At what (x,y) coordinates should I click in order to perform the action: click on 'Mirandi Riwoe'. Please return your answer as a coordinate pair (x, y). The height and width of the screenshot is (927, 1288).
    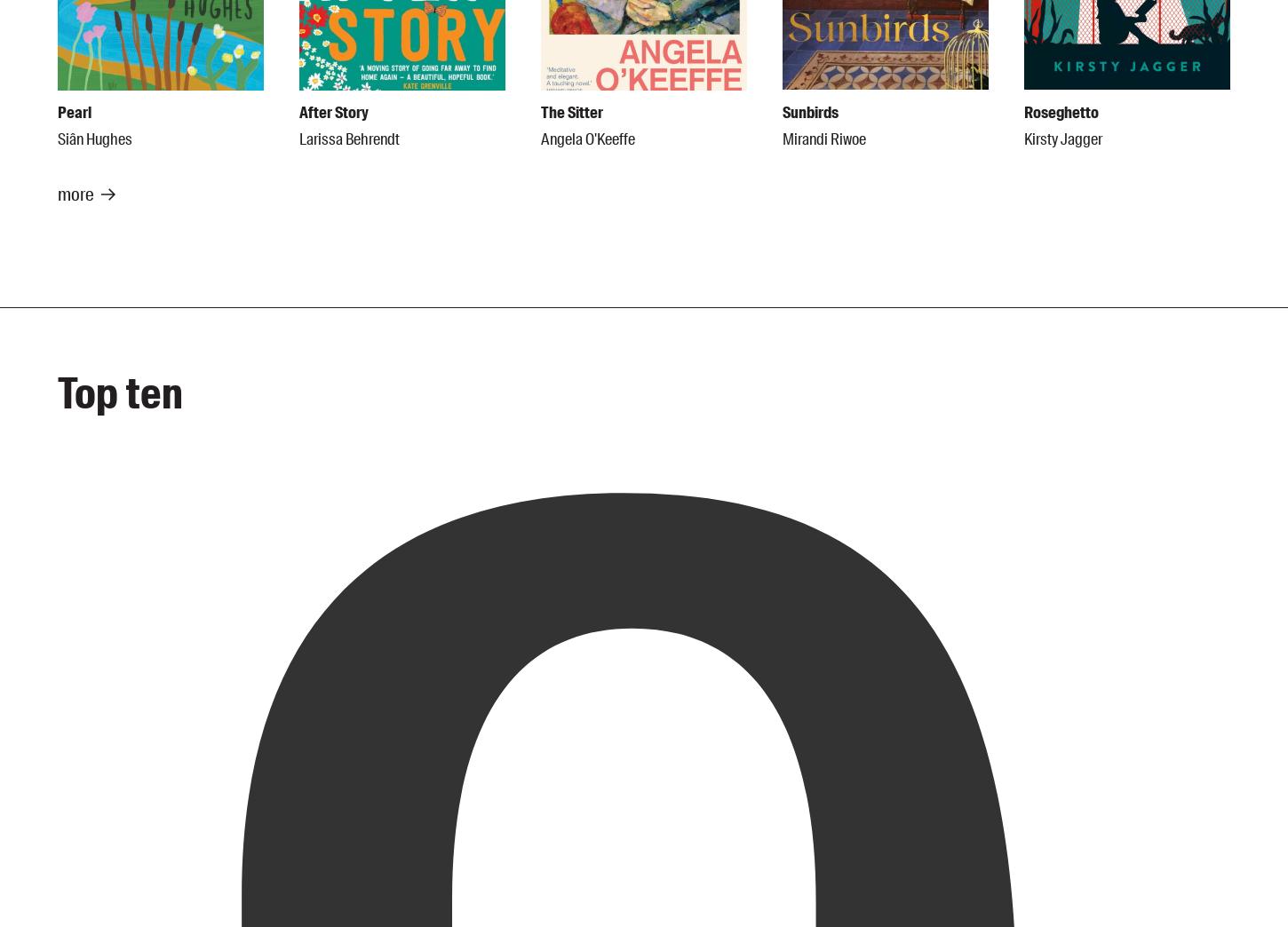
    Looking at the image, I should click on (823, 139).